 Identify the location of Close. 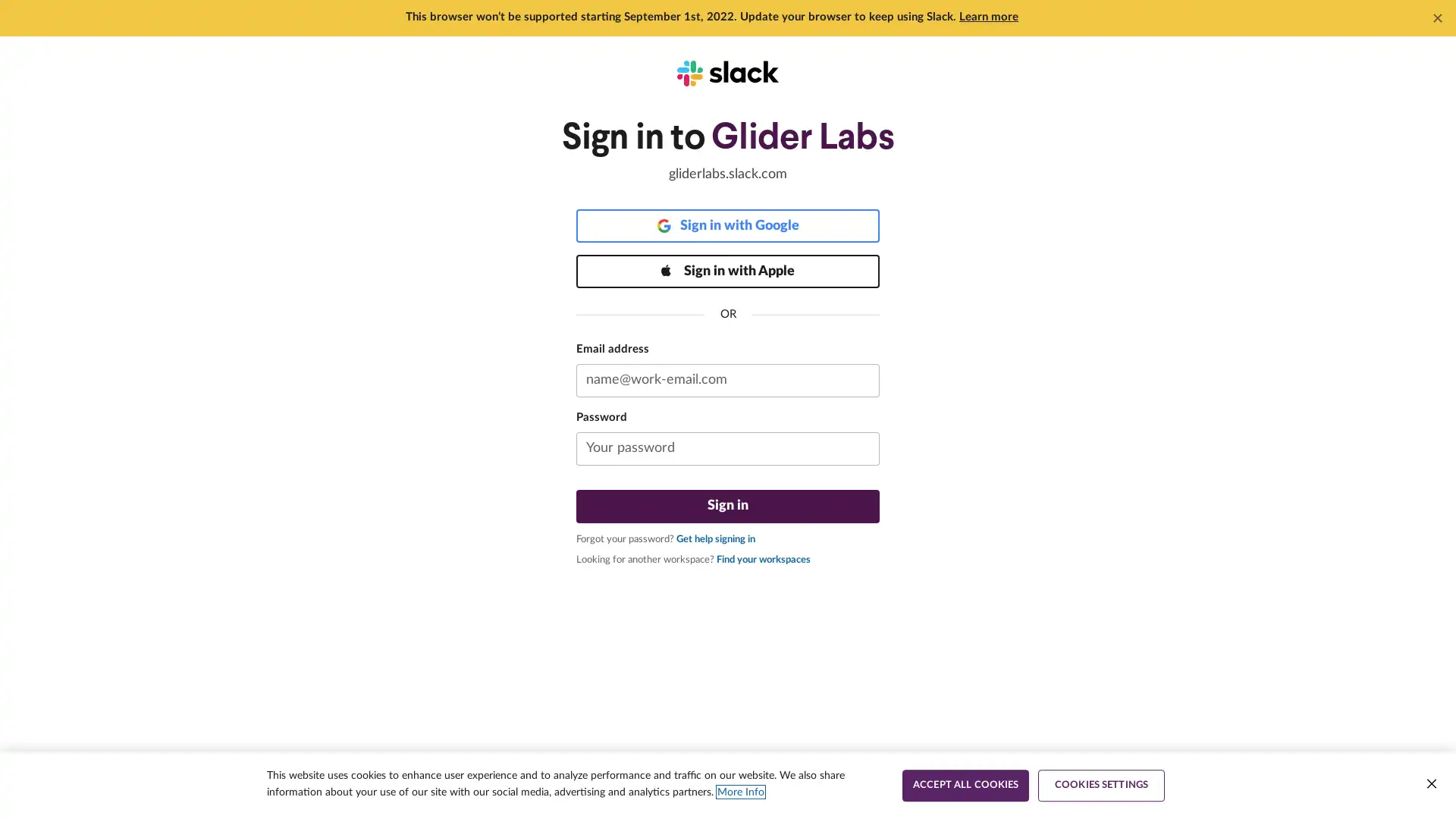
(1430, 783).